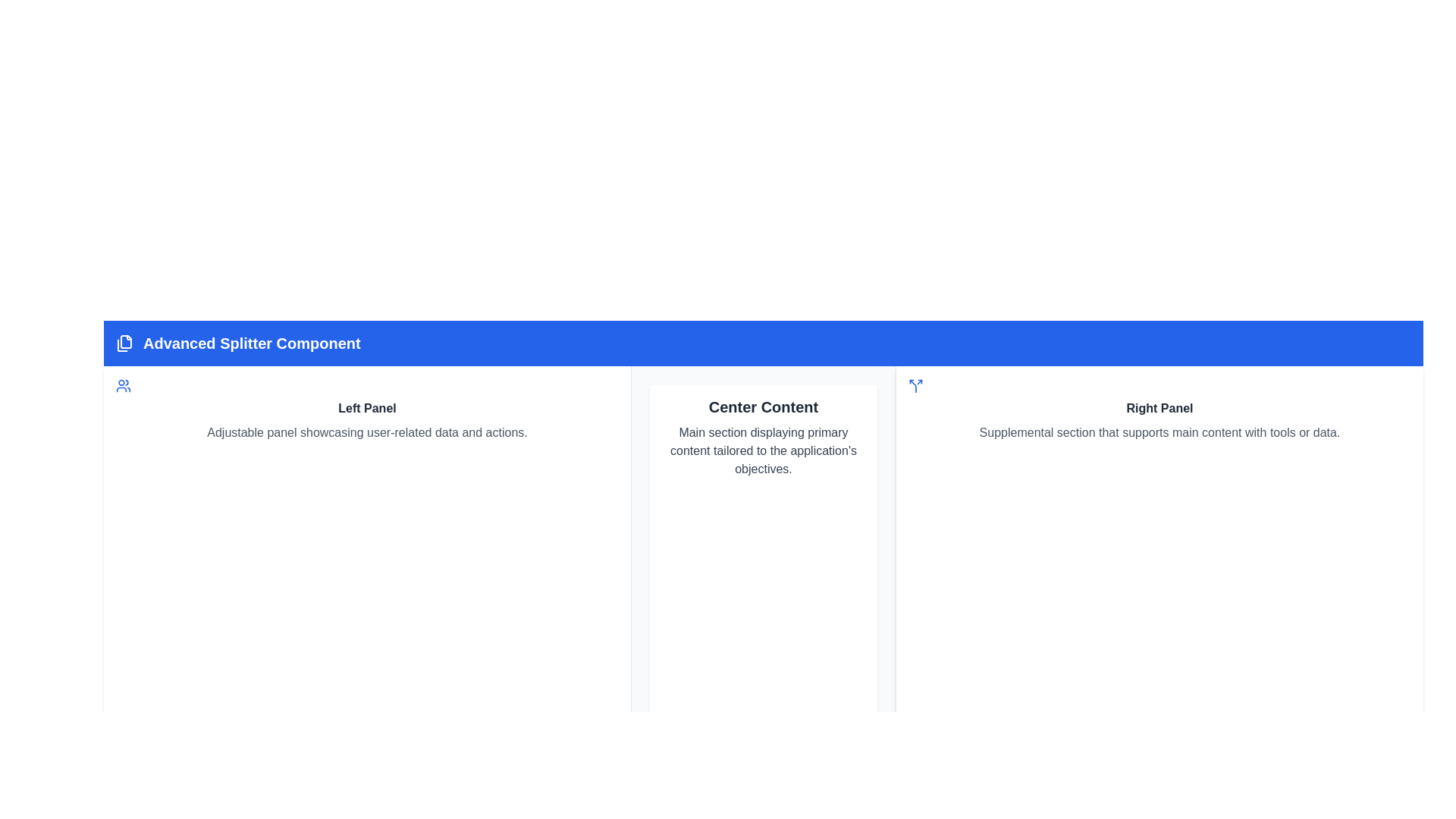  I want to click on the splitter, so click(118, 345).